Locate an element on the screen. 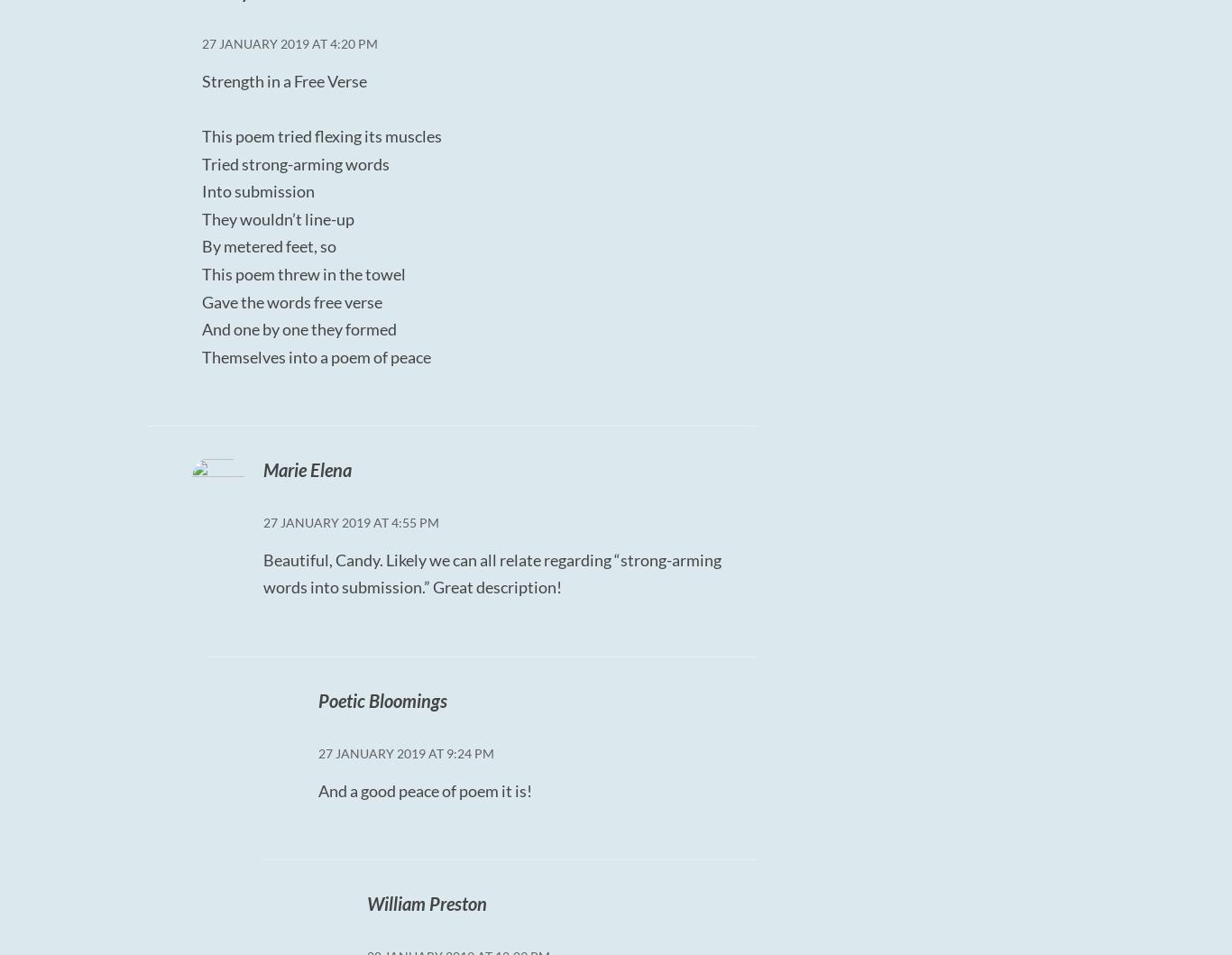 This screenshot has height=955, width=1232. 'By metered feet, so' is located at coordinates (269, 246).